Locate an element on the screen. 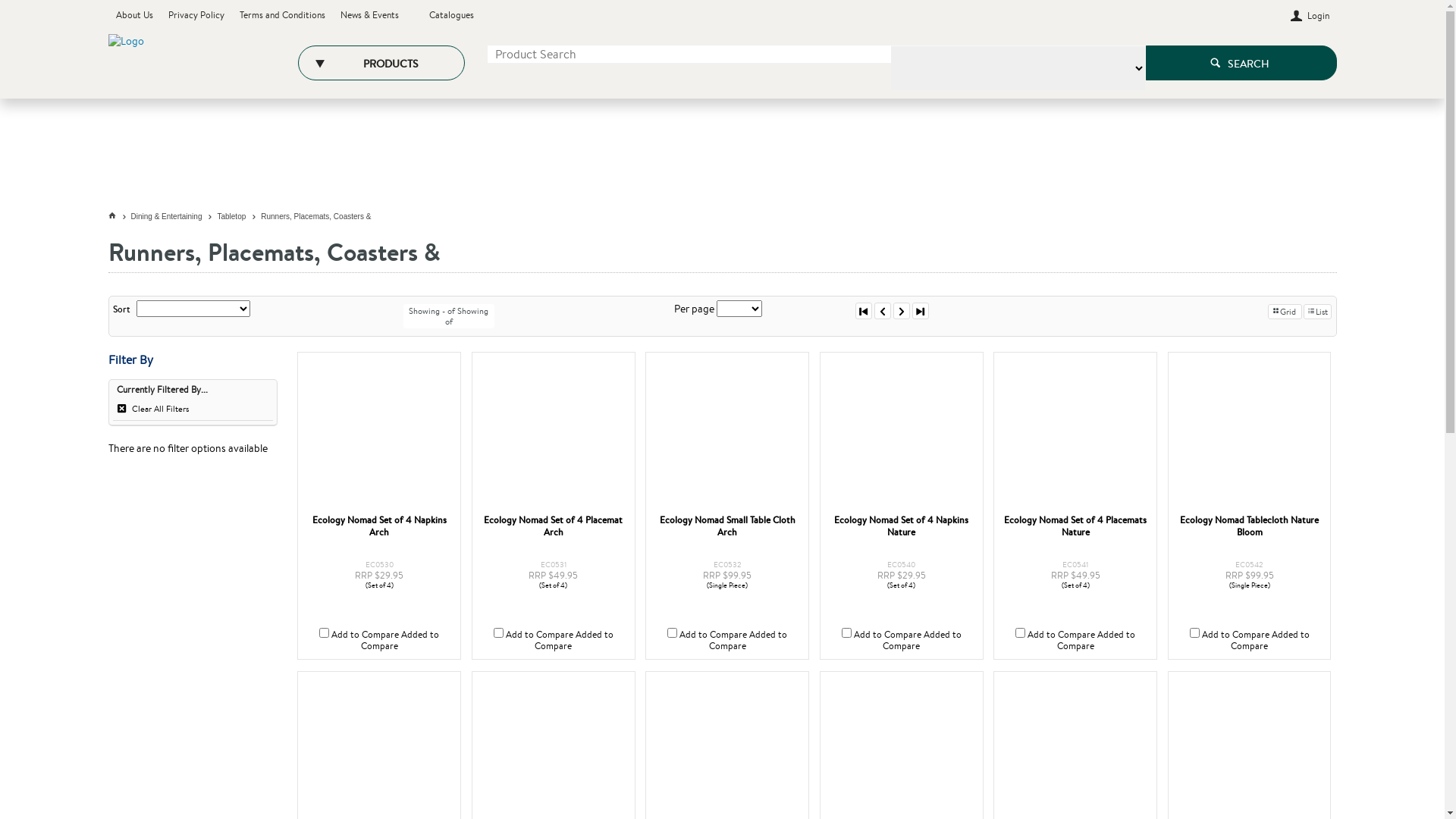 This screenshot has width=1456, height=819. 'Ecology Nomad Set of 4 Placemat Arch' is located at coordinates (552, 526).